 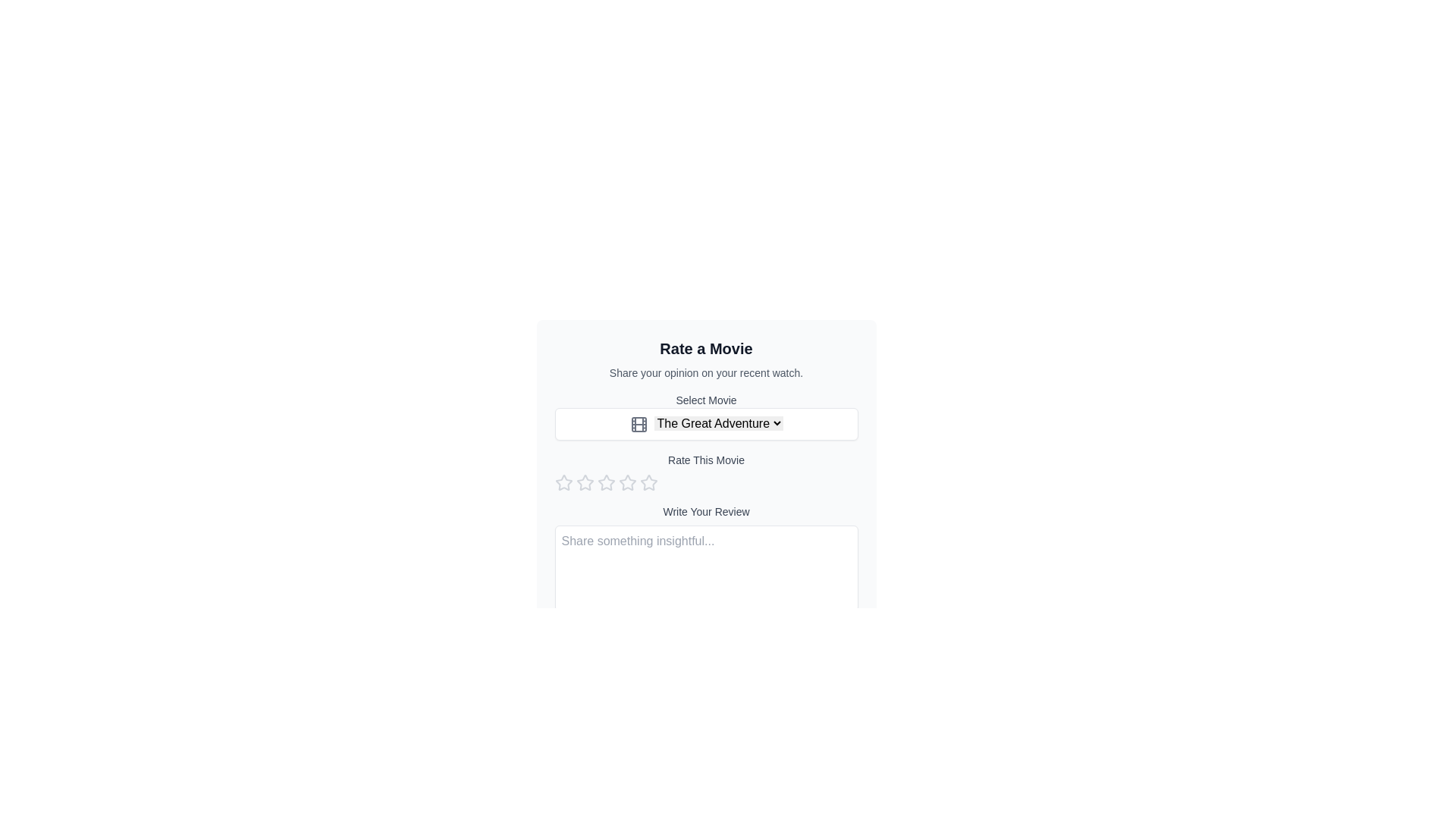 What do you see at coordinates (563, 482) in the screenshot?
I see `the first Clickable star icon in the rating system for keyboard interaction` at bounding box center [563, 482].